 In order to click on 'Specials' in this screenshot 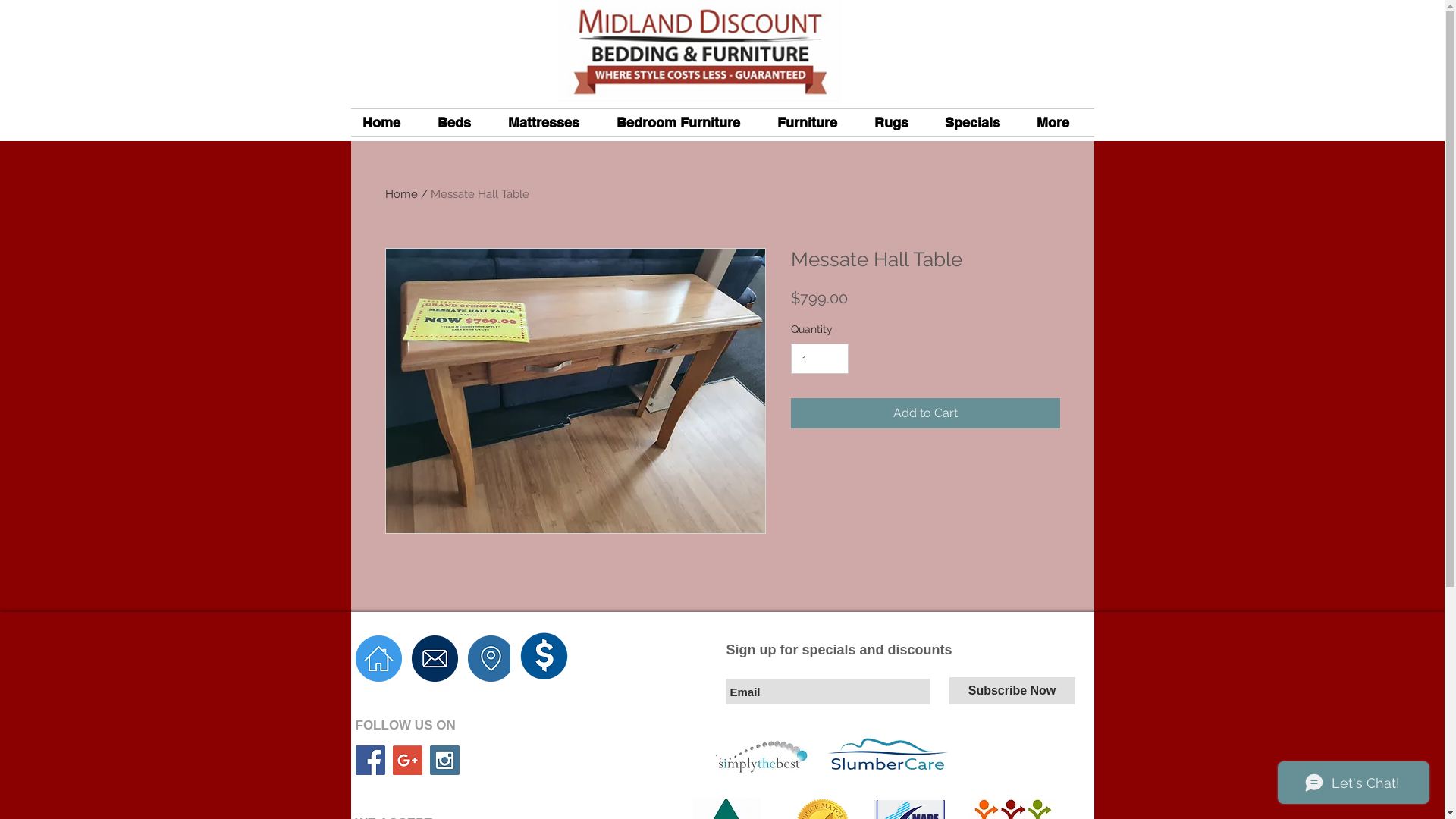, I will do `click(978, 121)`.